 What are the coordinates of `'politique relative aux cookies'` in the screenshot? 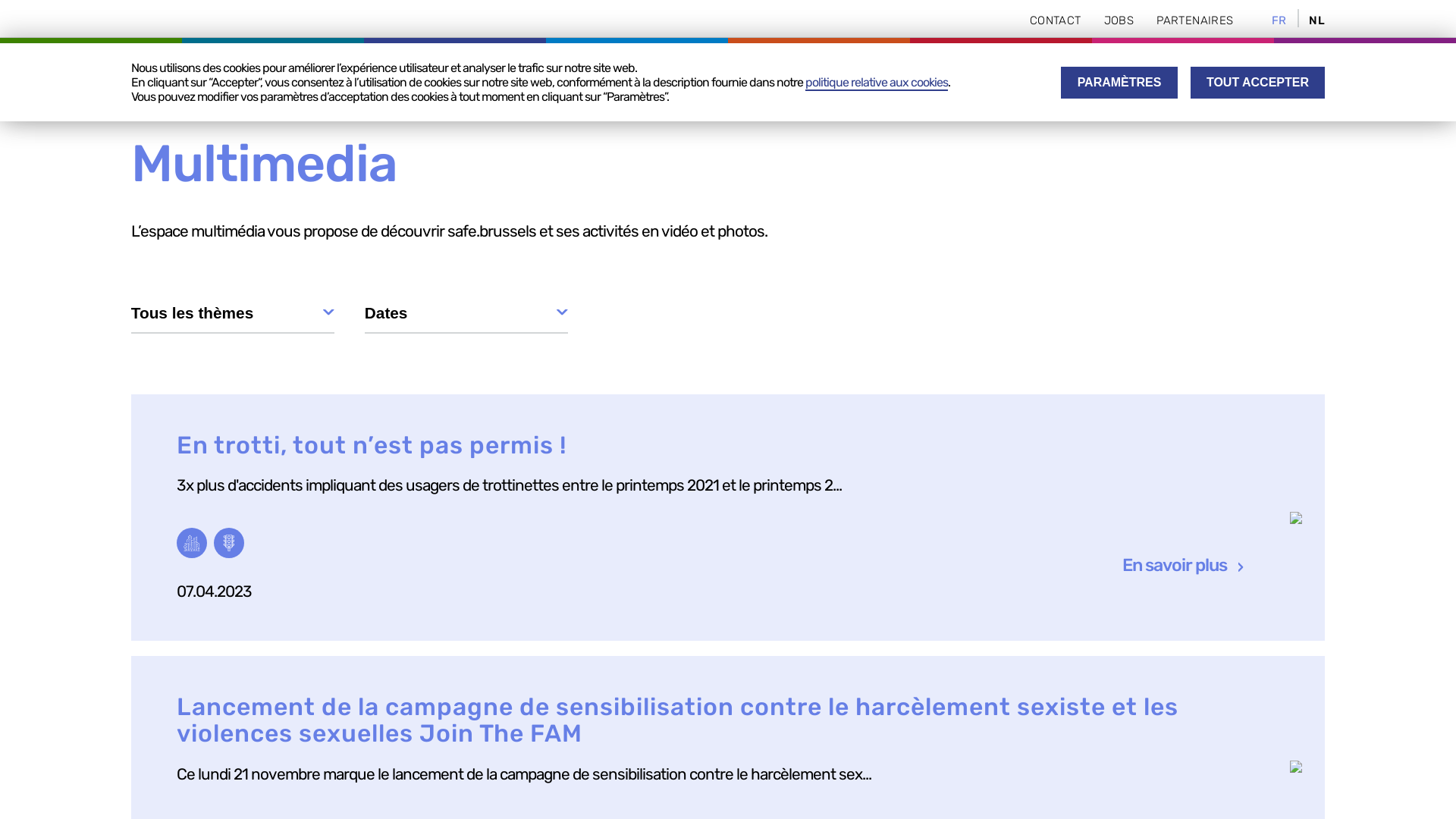 It's located at (877, 83).